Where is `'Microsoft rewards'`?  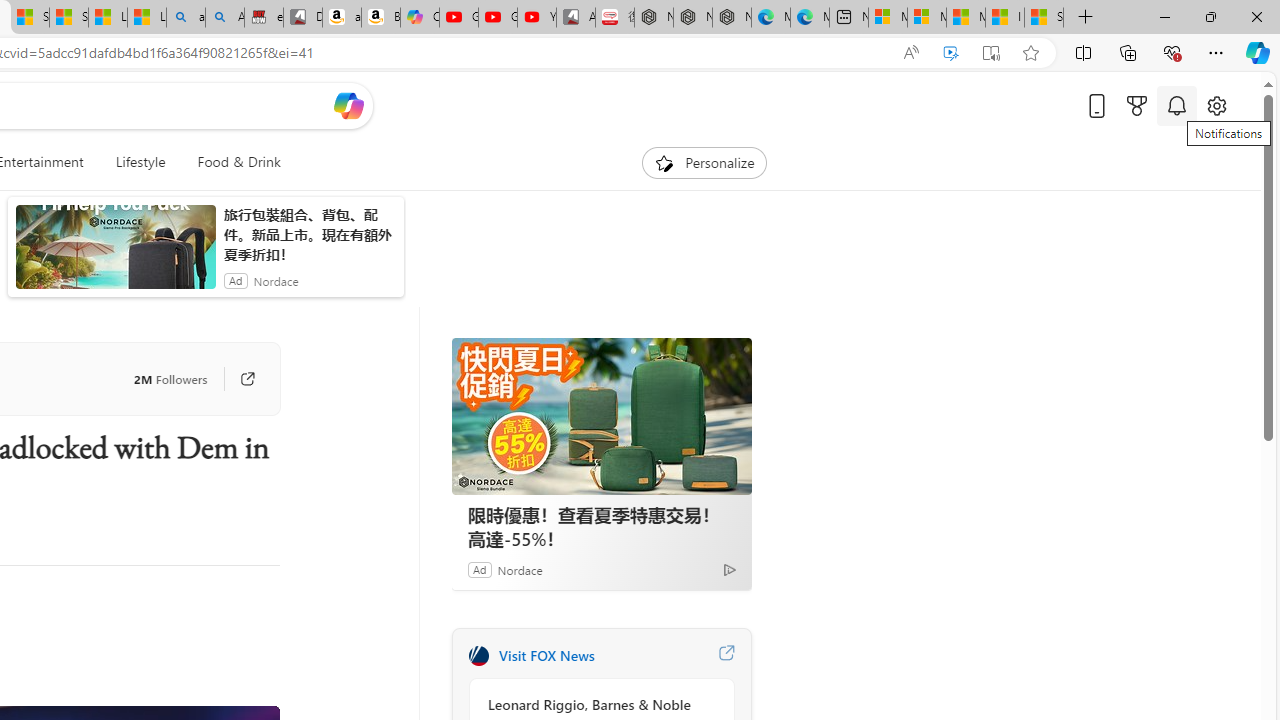 'Microsoft rewards' is located at coordinates (1137, 105).